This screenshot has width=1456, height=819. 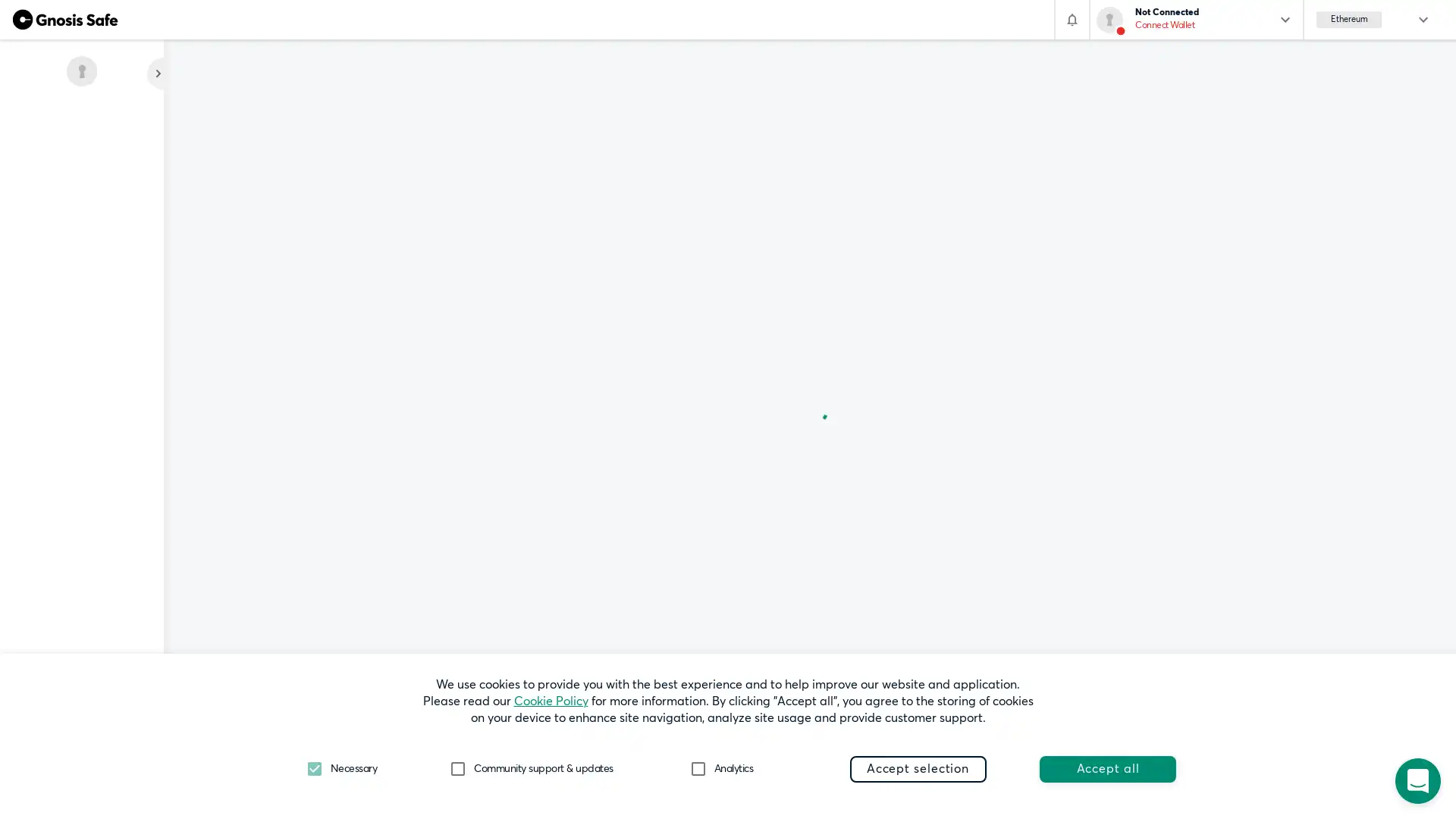 I want to click on Add existing Safe, so click(x=618, y=366).